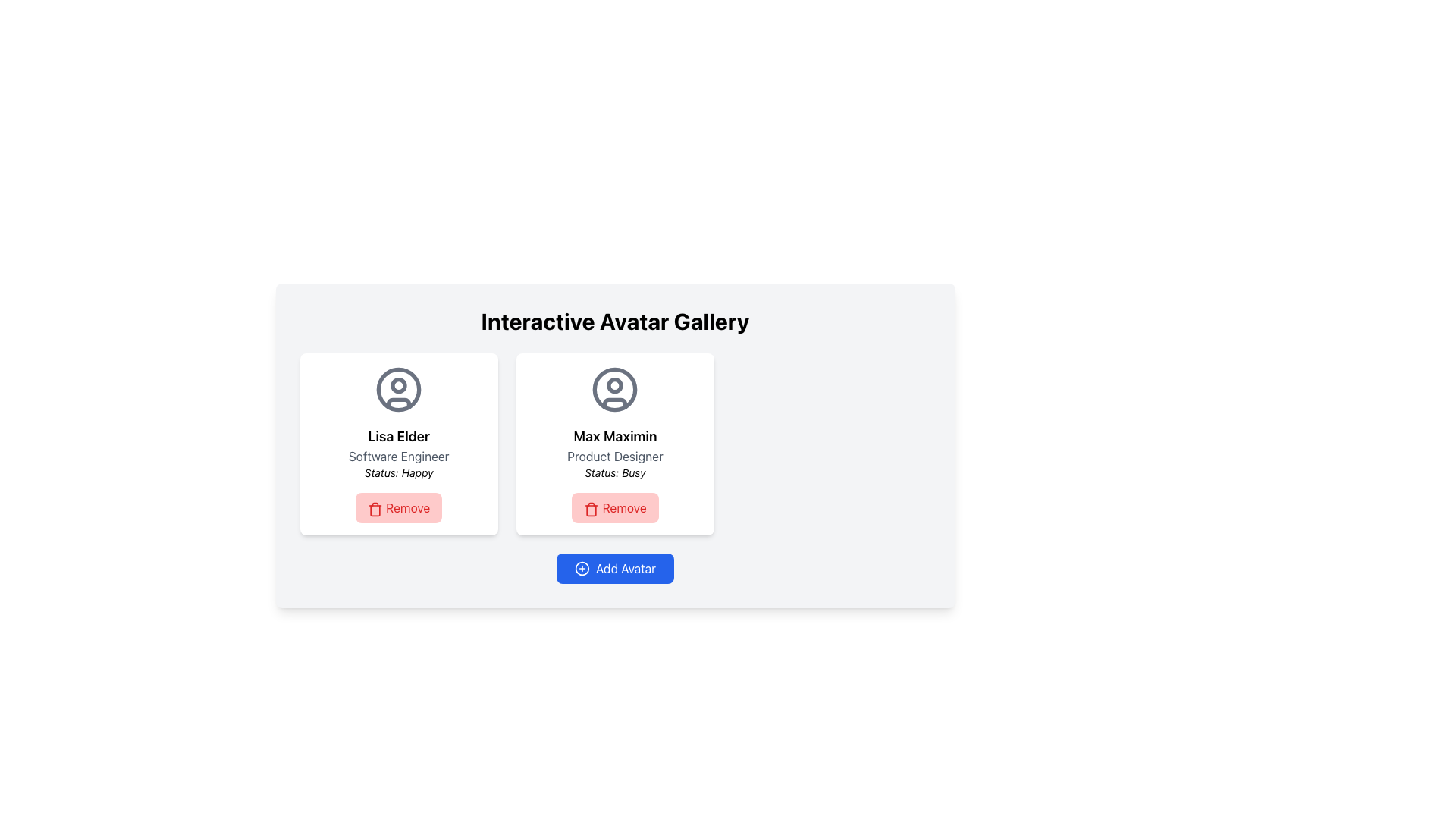 The height and width of the screenshot is (819, 1456). What do you see at coordinates (399, 508) in the screenshot?
I see `the 'Remove' button with a red background and trash can icon located below the 'Status: Happy' line for the individual 'Lisa Elder'` at bounding box center [399, 508].